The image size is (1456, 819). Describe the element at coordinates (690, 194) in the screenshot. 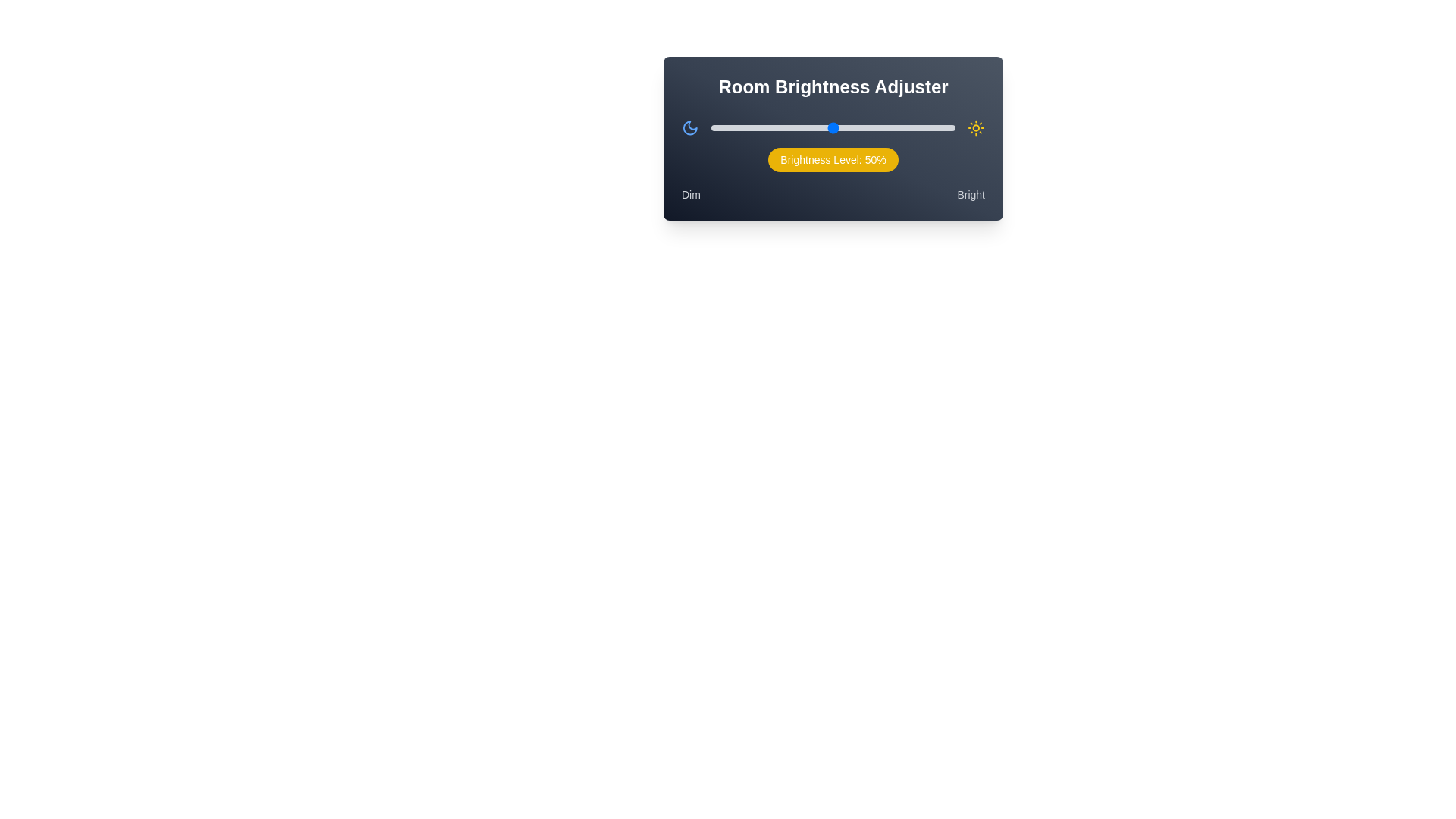

I see `the Dim label to adjust the brightness` at that location.